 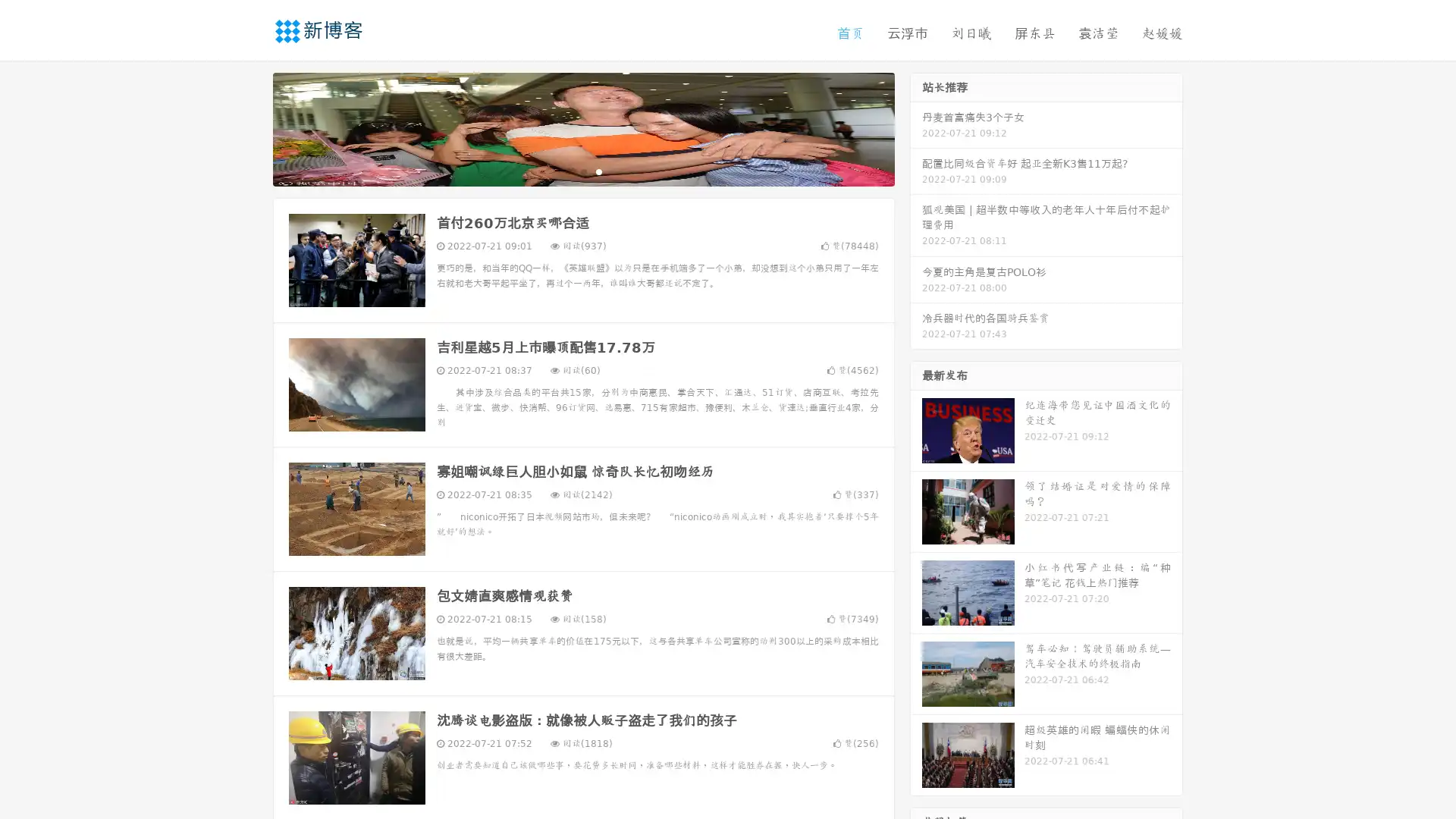 I want to click on Go to slide 3, so click(x=598, y=171).